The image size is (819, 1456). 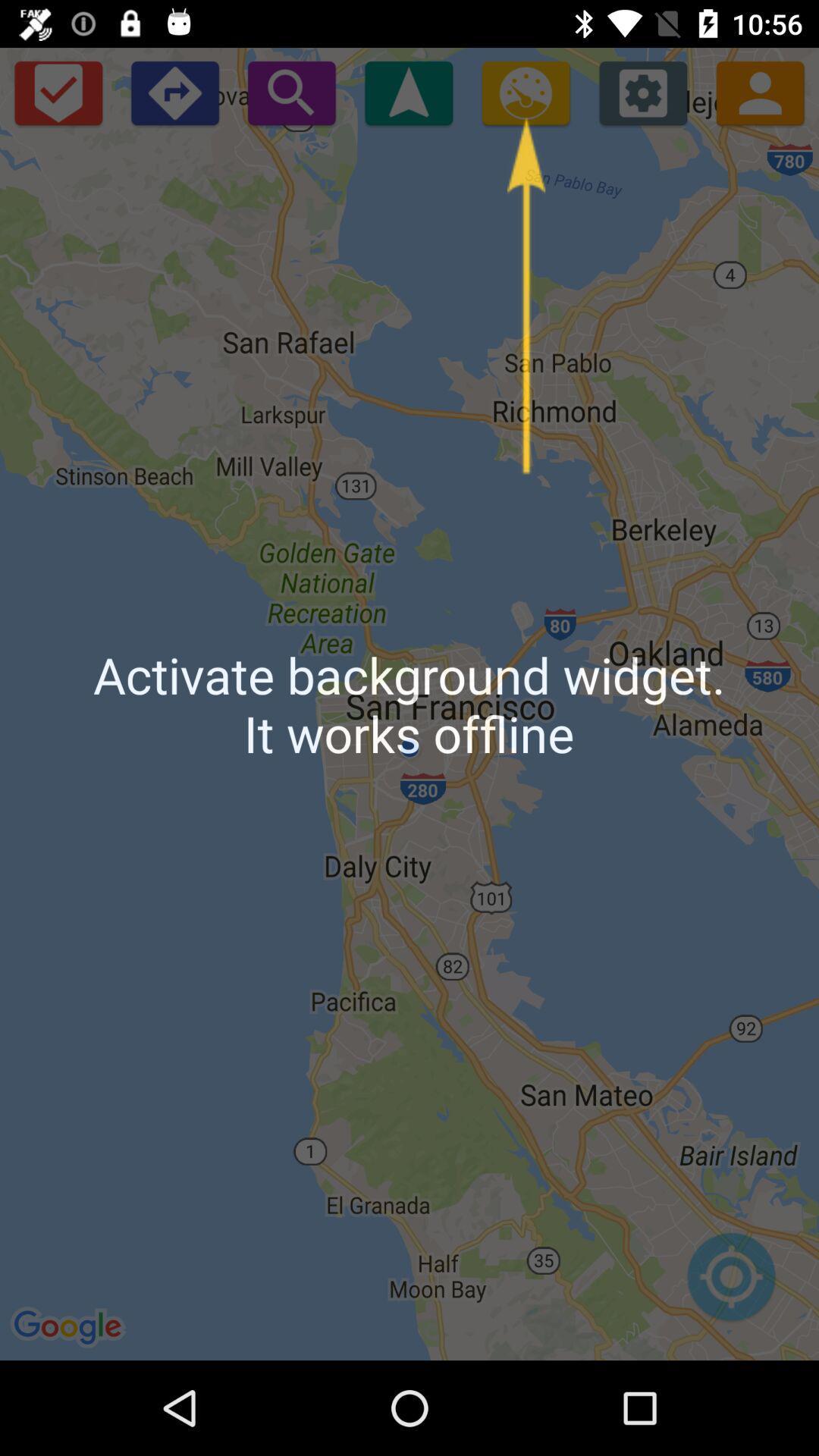 What do you see at coordinates (525, 92) in the screenshot?
I see `activate offline background widget` at bounding box center [525, 92].